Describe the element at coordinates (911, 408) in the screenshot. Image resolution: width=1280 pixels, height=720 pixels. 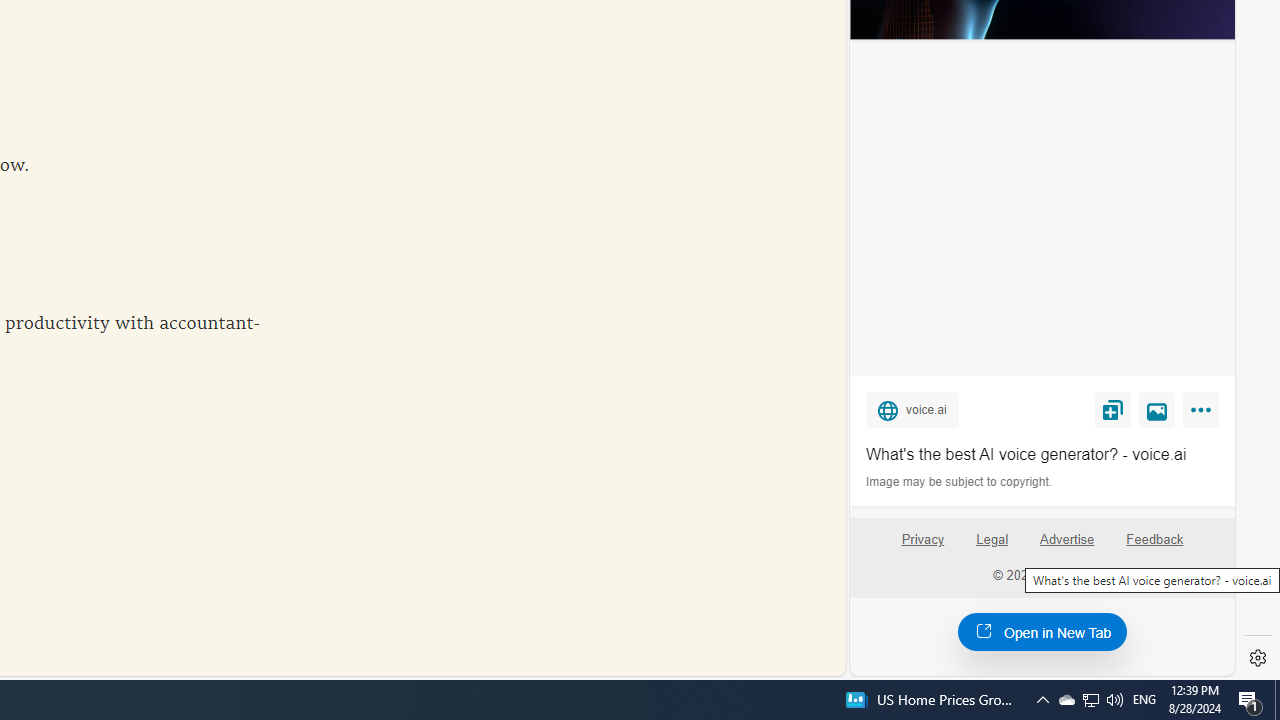
I see `'voice.ai'` at that location.